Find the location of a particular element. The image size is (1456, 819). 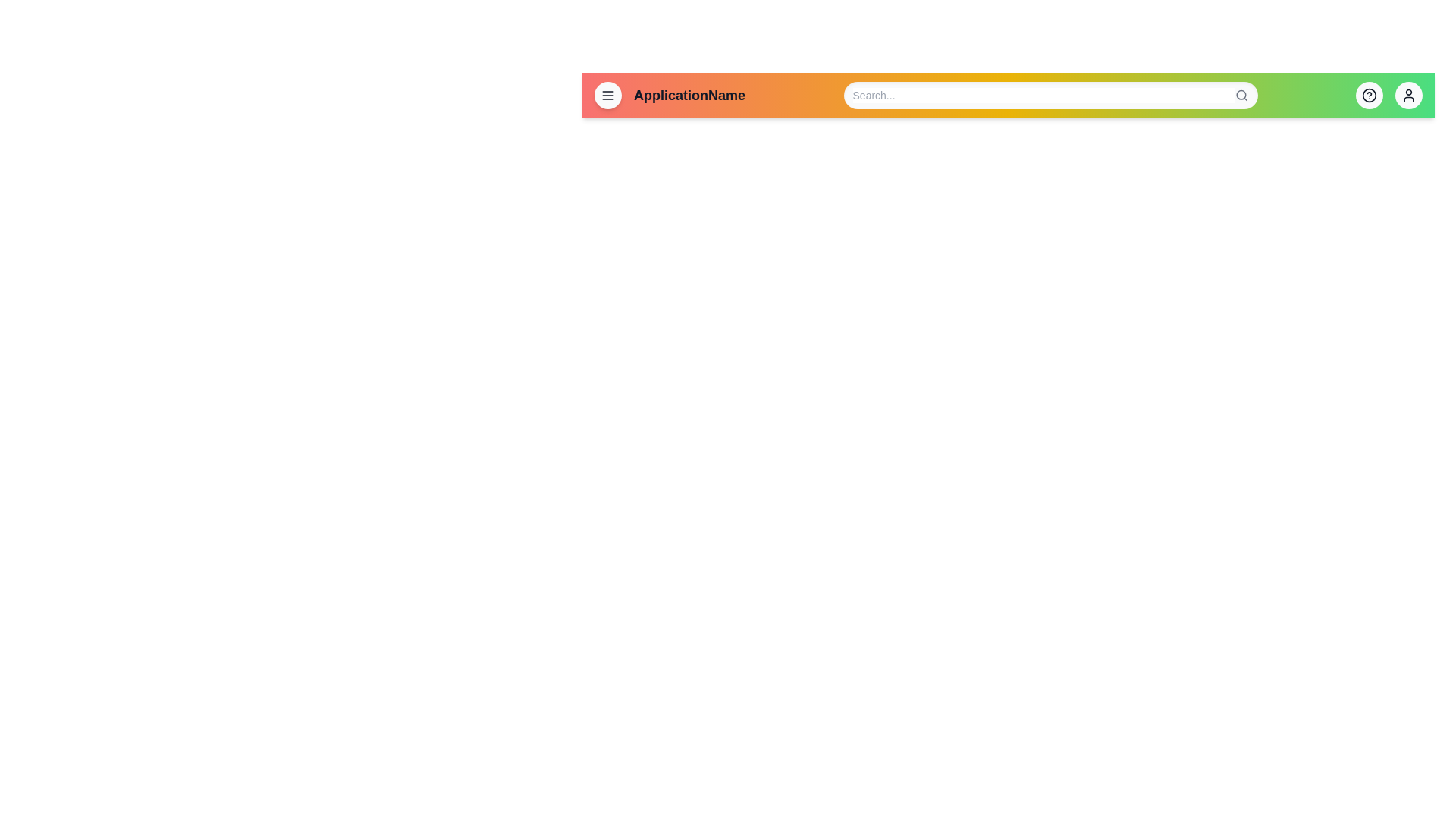

the help icon to access the help section is located at coordinates (1369, 96).